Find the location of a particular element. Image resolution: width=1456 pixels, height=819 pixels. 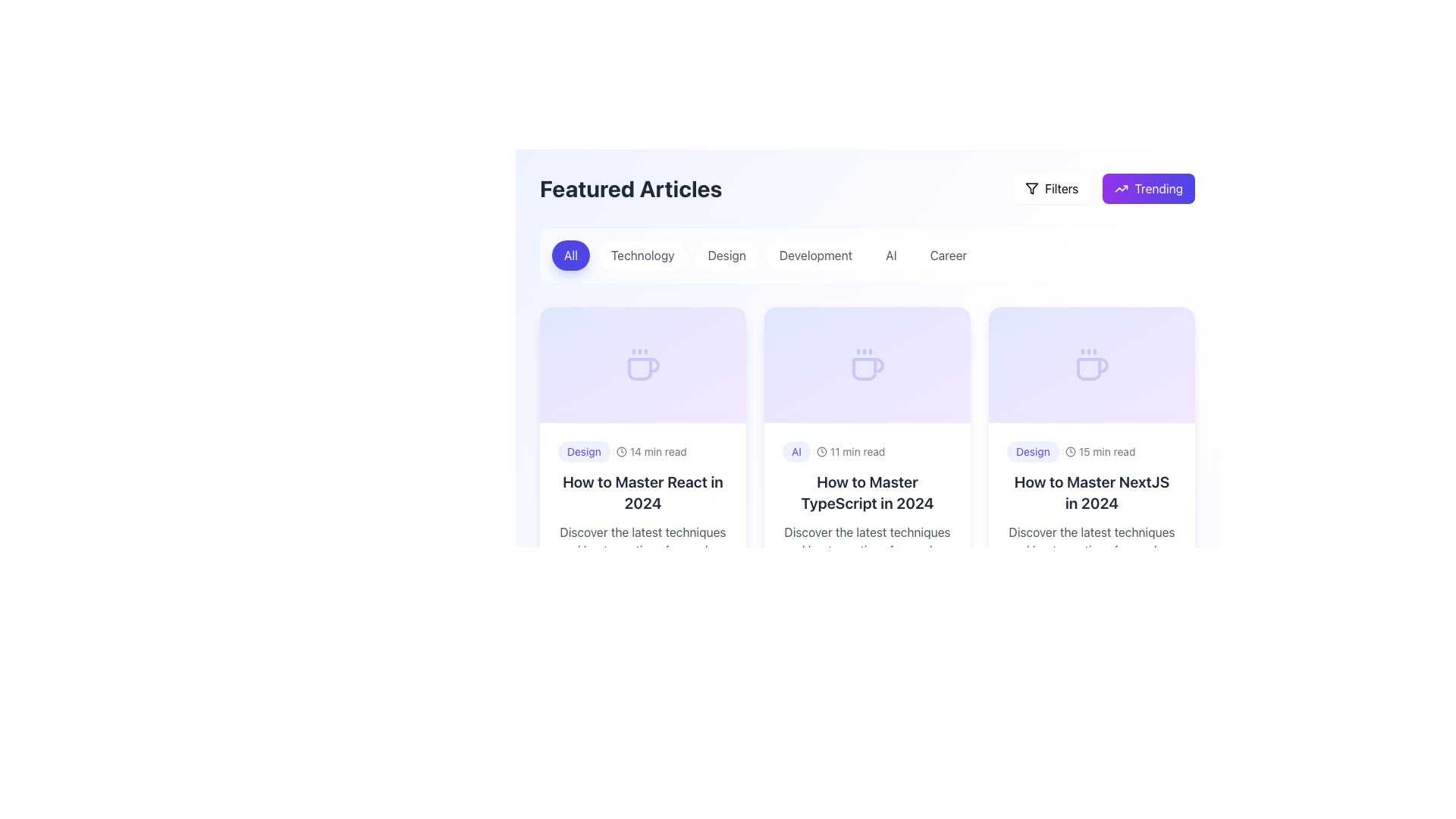

text displayed in the small, rounded rectangular badge with a light indigo background and bold indigo 'AI' text, located in the title section of the second article card is located at coordinates (795, 451).